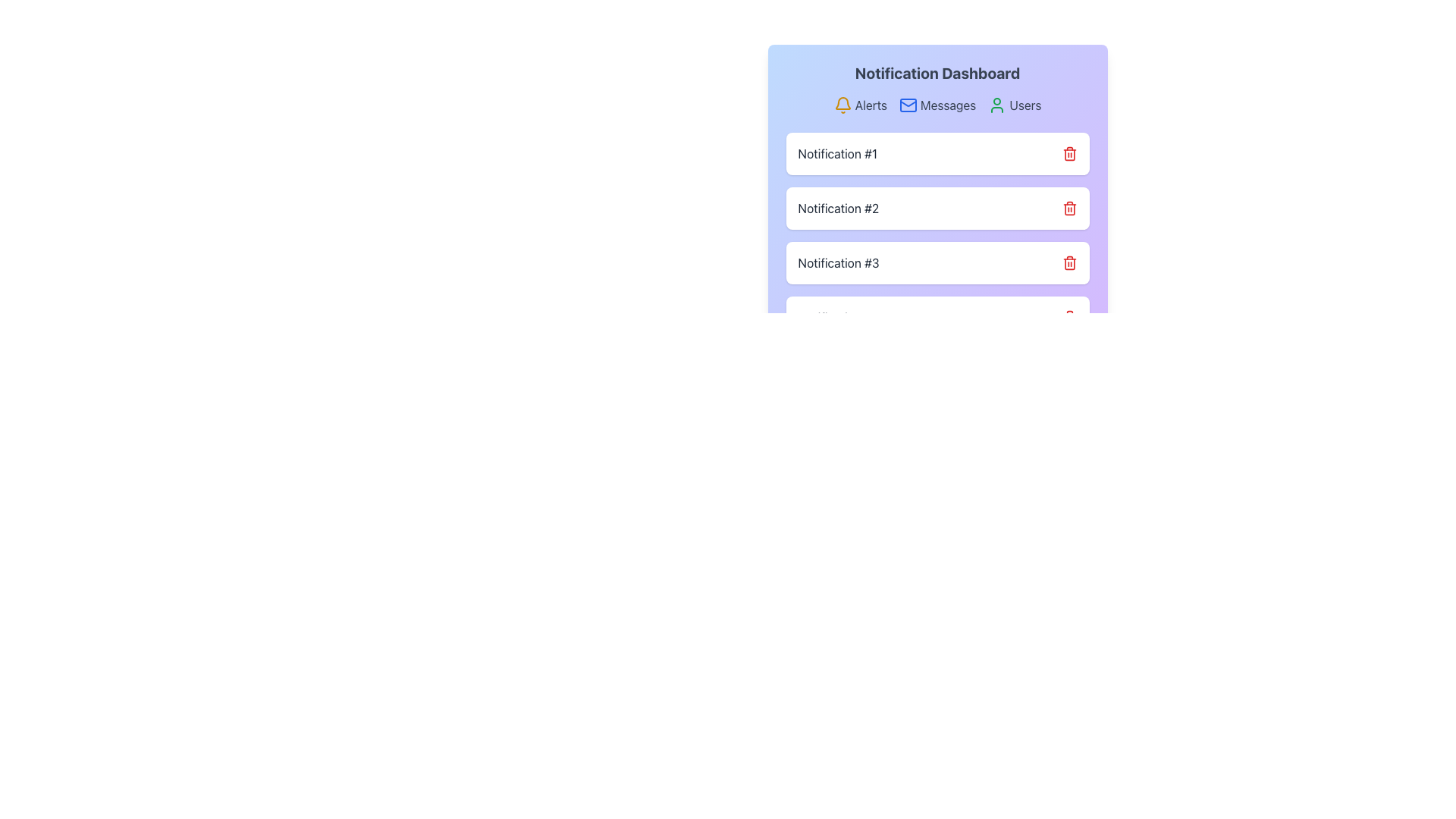 The image size is (1456, 819). What do you see at coordinates (937, 104) in the screenshot?
I see `the 'Messages' navigation button located in the horizontal navigation bar at the top center of the interface` at bounding box center [937, 104].